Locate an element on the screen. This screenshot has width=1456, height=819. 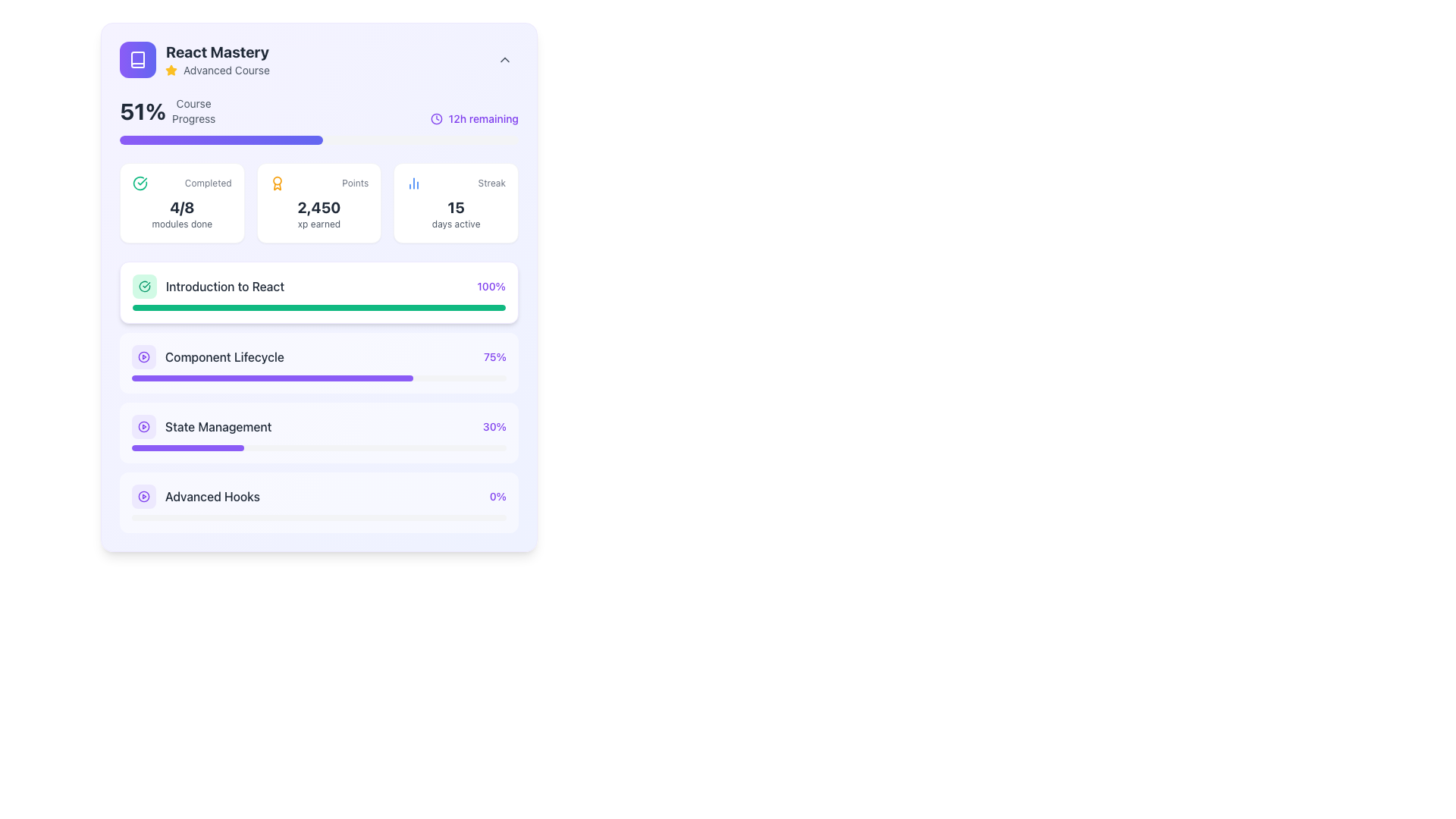
the appearance of the SVG circle element located in the 'State Management' section, to the left of the progress bar and label, characterized by its hollow center and colored border is located at coordinates (144, 427).